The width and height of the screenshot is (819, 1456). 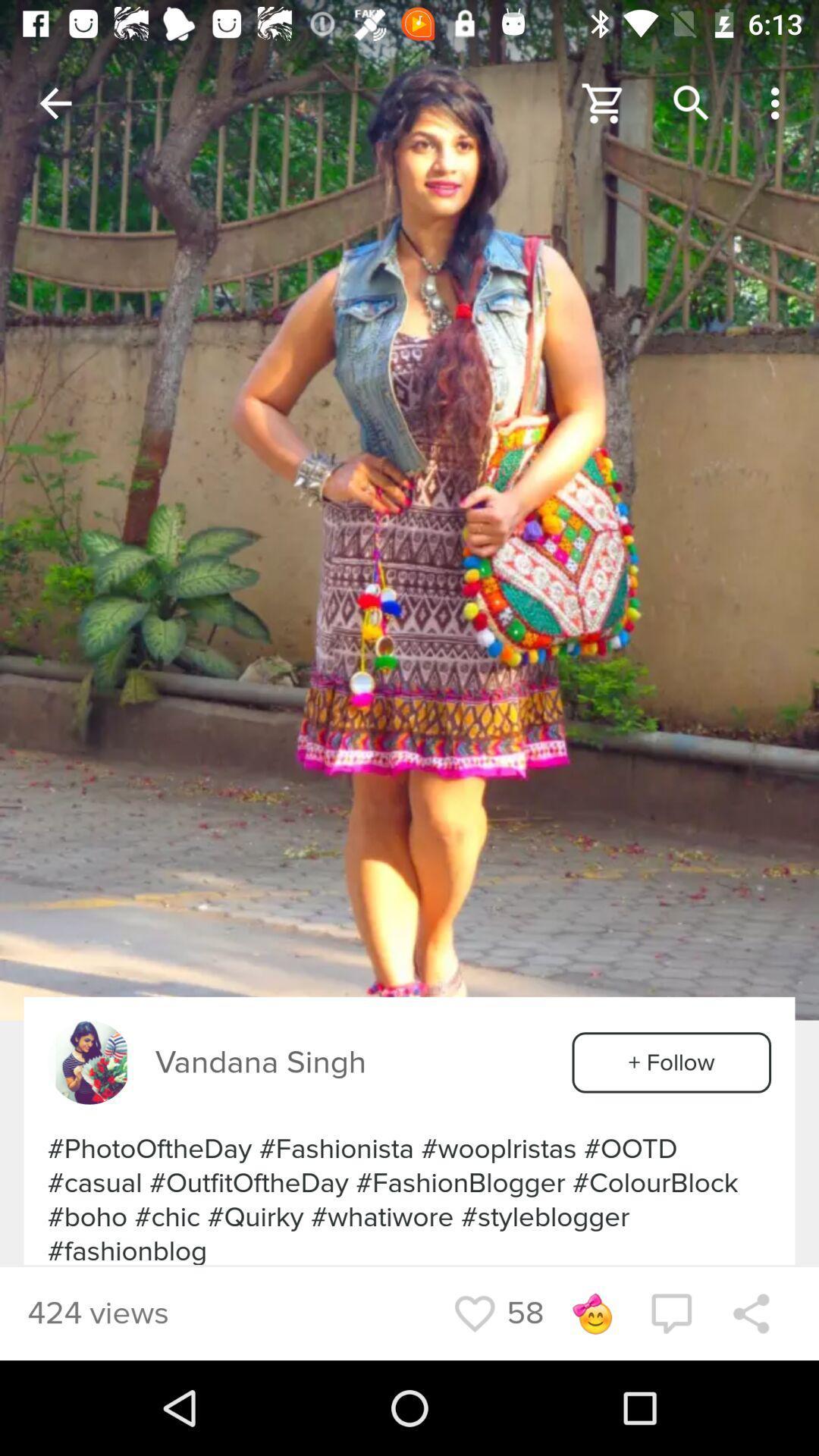 I want to click on image, so click(x=409, y=510).